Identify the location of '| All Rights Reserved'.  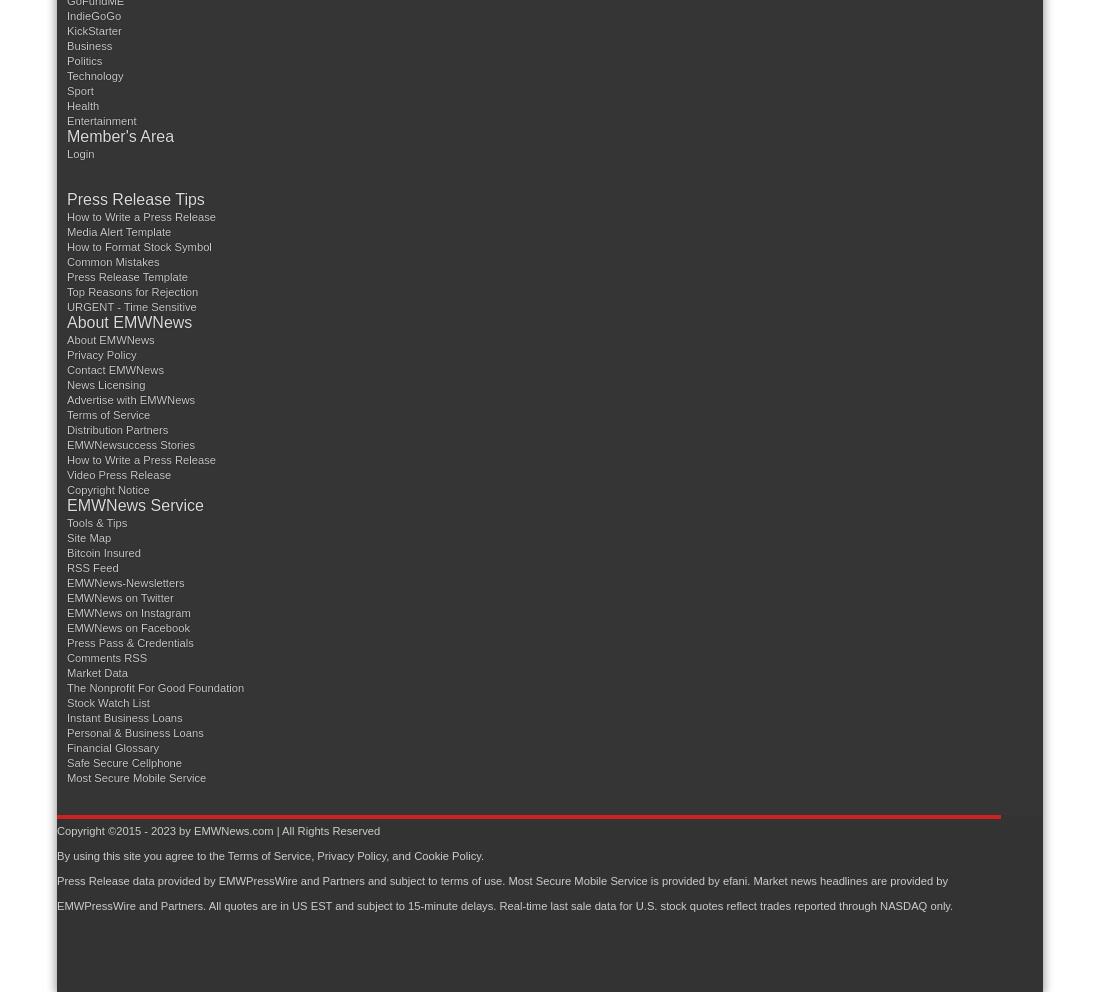
(325, 829).